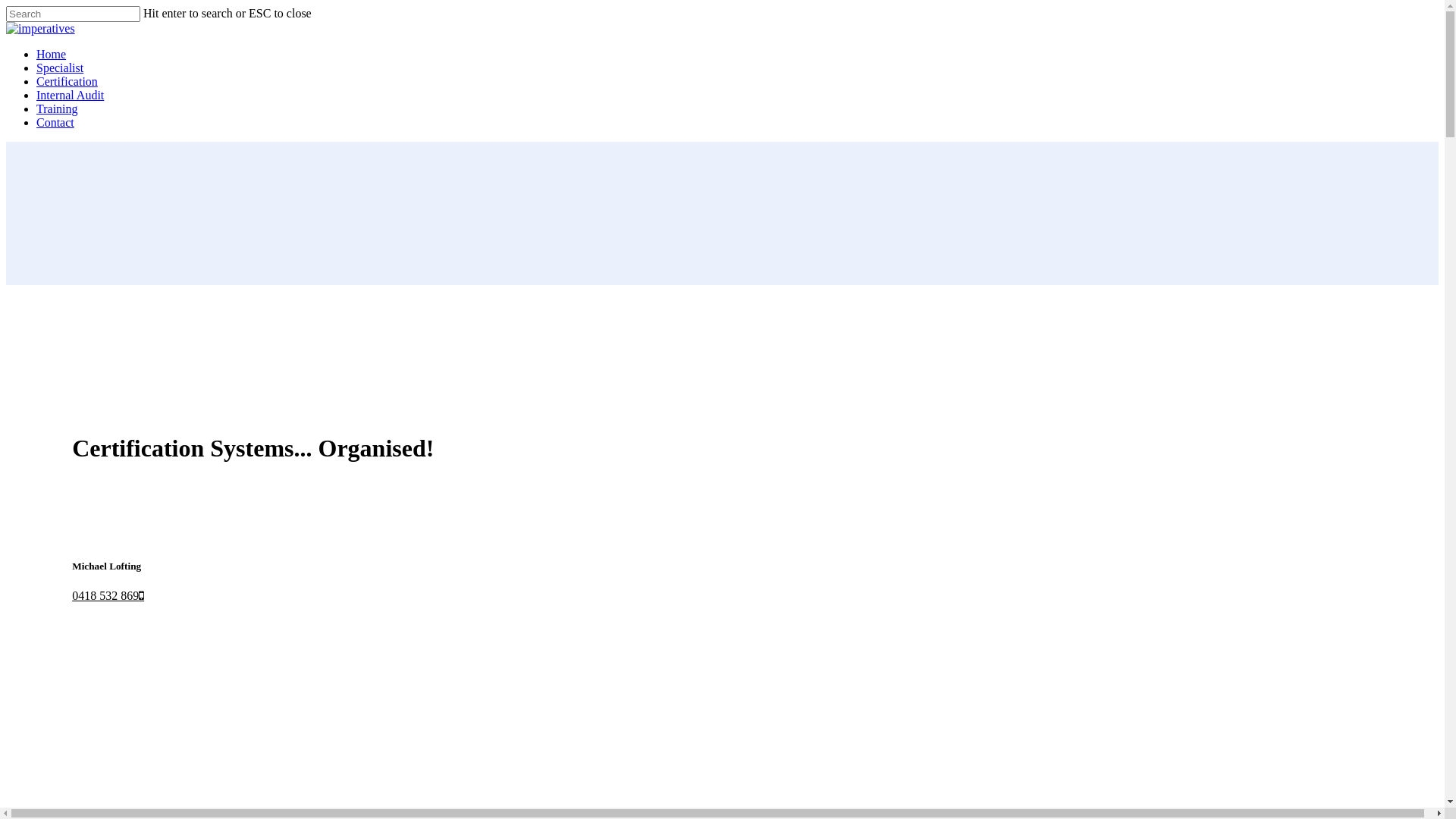  What do you see at coordinates (59, 67) in the screenshot?
I see `'Specialist'` at bounding box center [59, 67].